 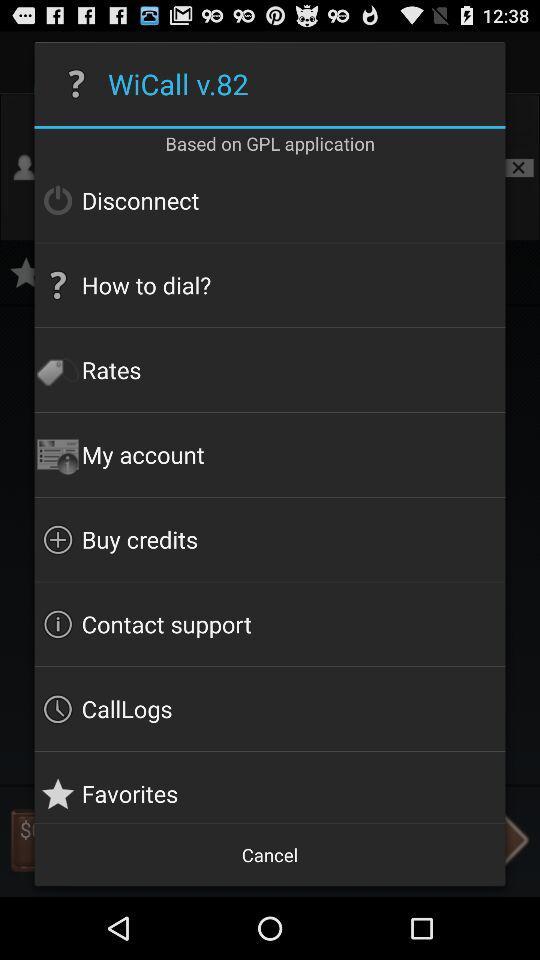 What do you see at coordinates (270, 200) in the screenshot?
I see `disconnect` at bounding box center [270, 200].